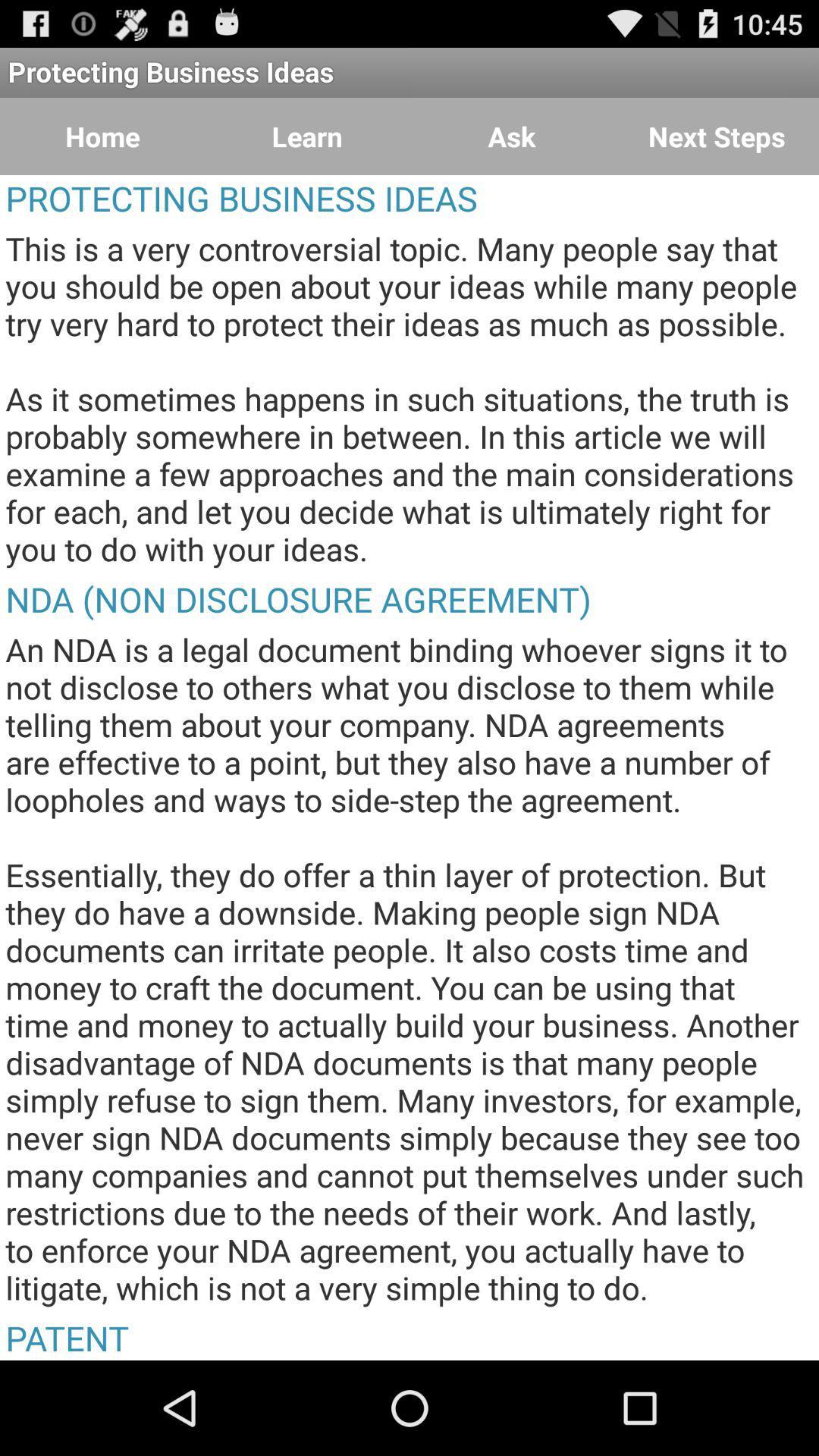 The width and height of the screenshot is (819, 1456). Describe the element at coordinates (307, 136) in the screenshot. I see `item above the protecting business ideas item` at that location.